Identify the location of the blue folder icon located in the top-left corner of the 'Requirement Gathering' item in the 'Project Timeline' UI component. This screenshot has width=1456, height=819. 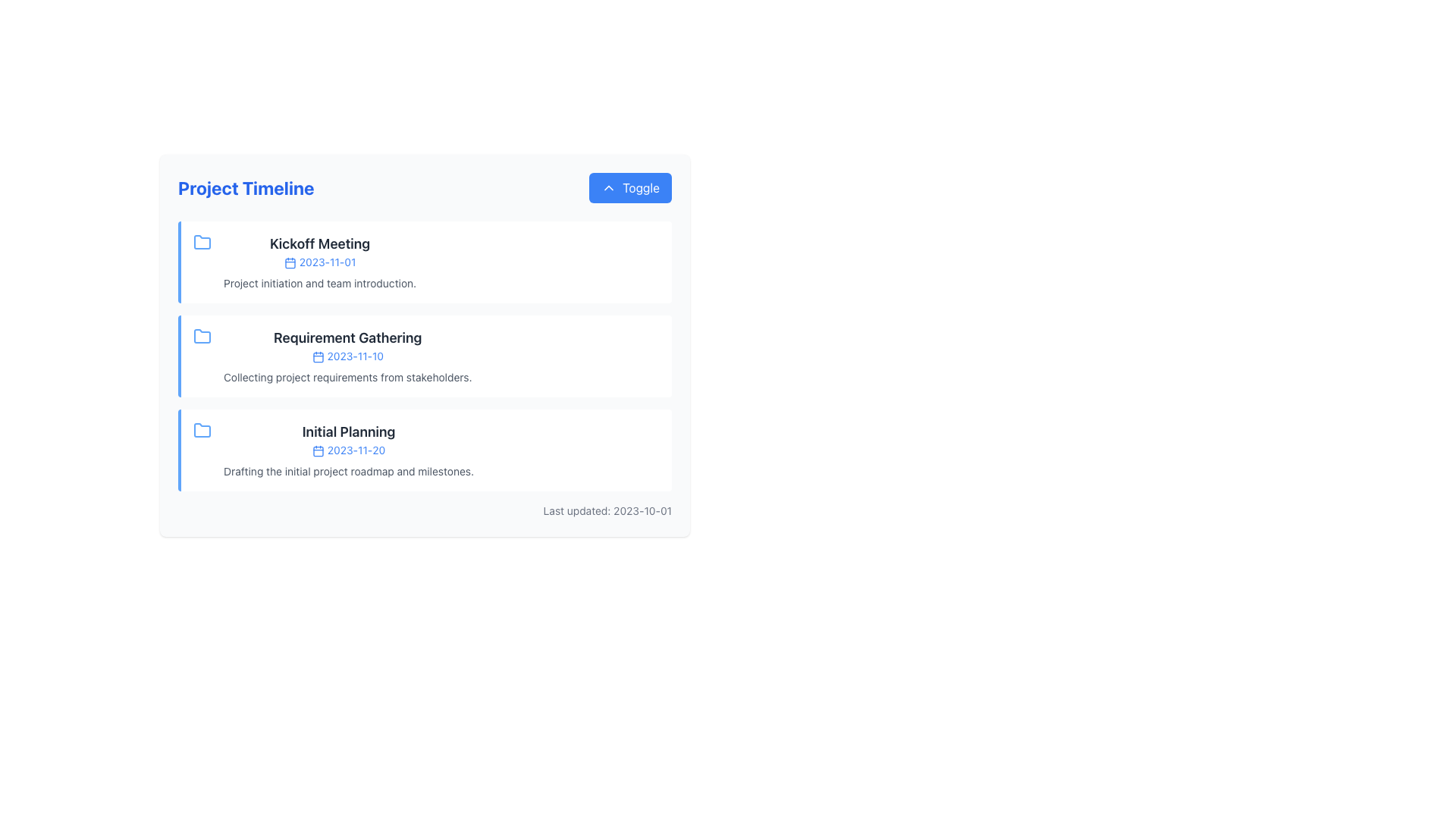
(202, 335).